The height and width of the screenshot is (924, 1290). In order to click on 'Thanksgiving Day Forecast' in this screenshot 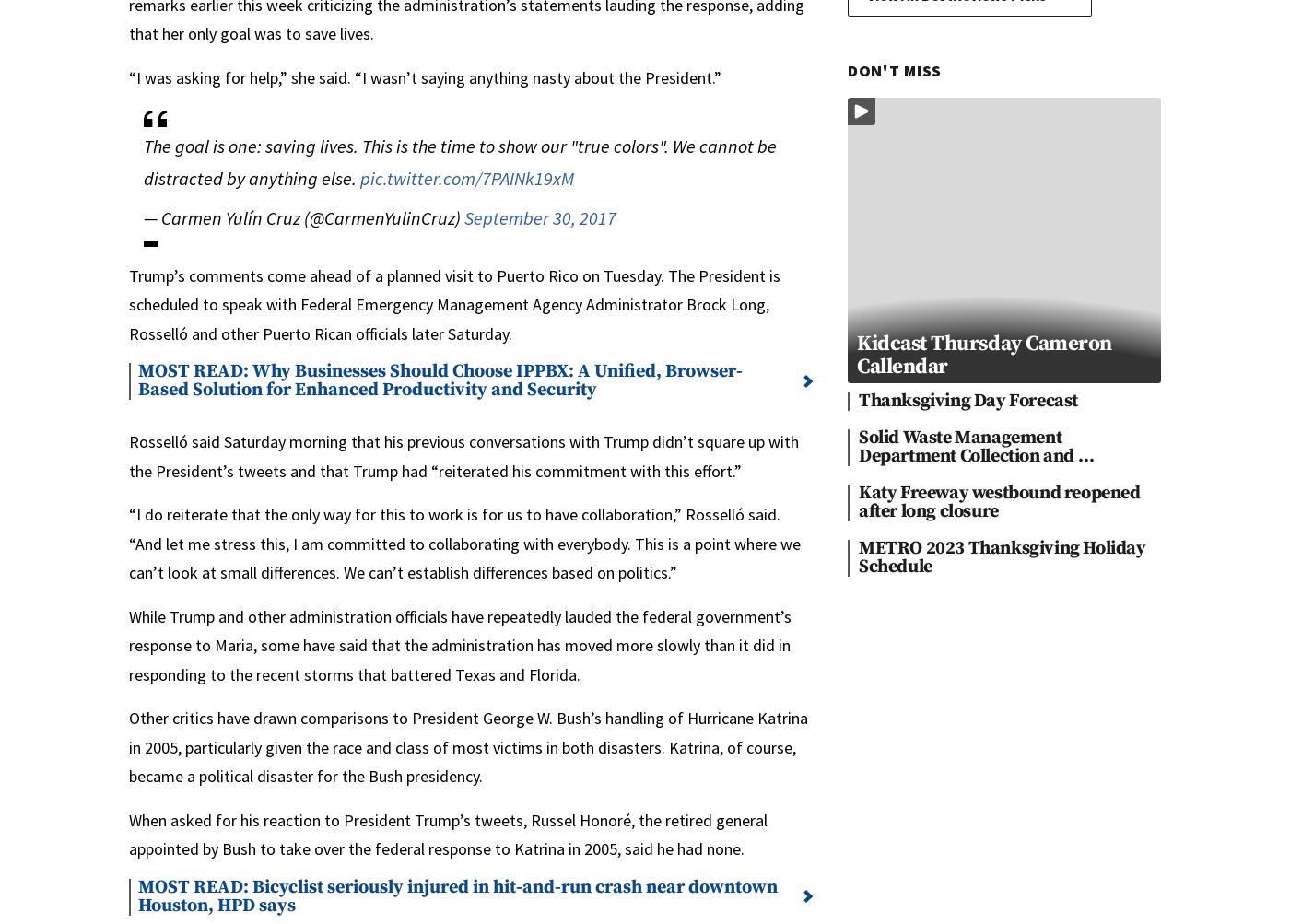, I will do `click(967, 401)`.